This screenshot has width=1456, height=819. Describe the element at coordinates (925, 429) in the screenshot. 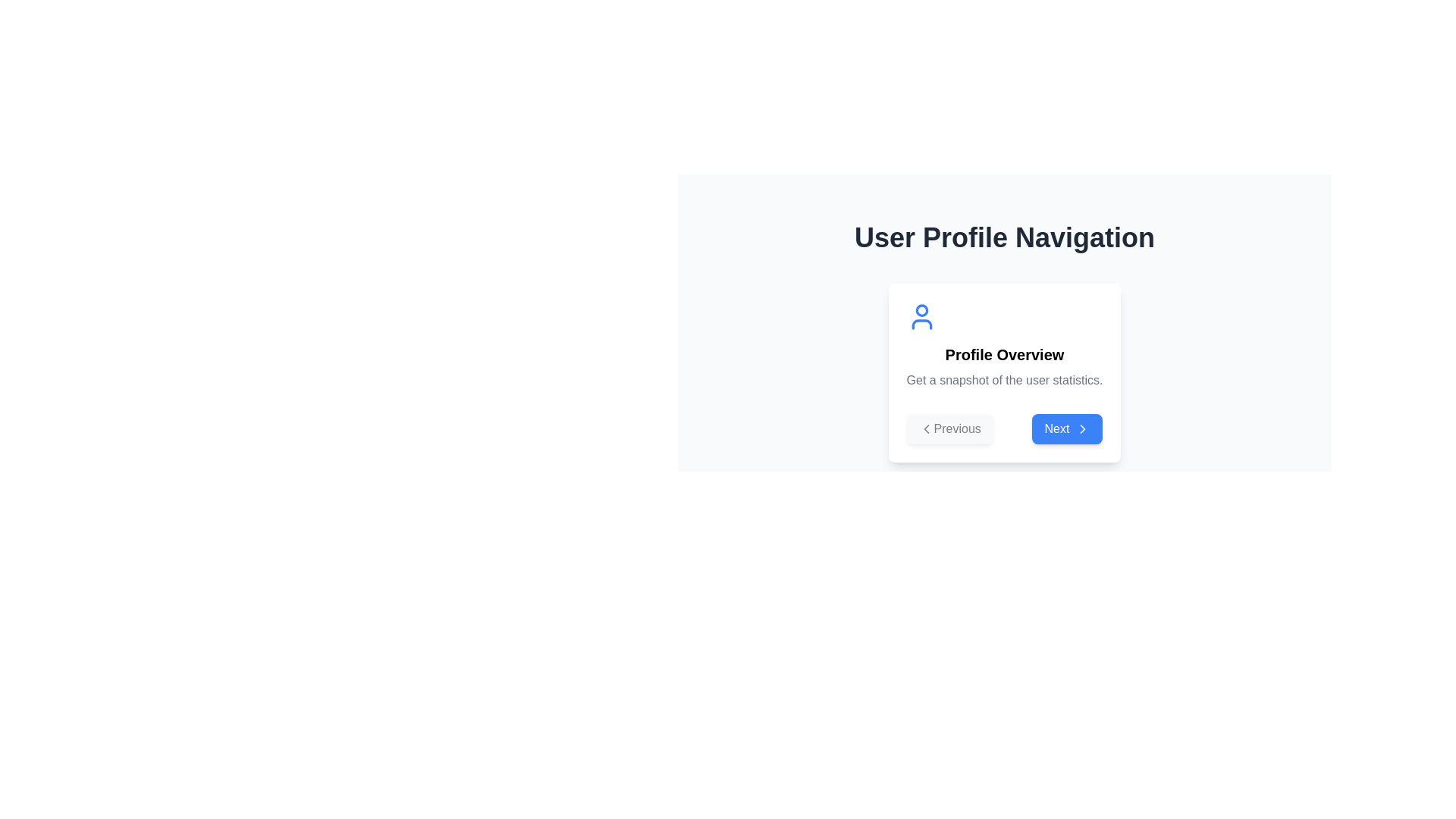

I see `the chevron icon within the 'Previous' button located at the bottom-left corner of the 'Profile Overview' card` at that location.